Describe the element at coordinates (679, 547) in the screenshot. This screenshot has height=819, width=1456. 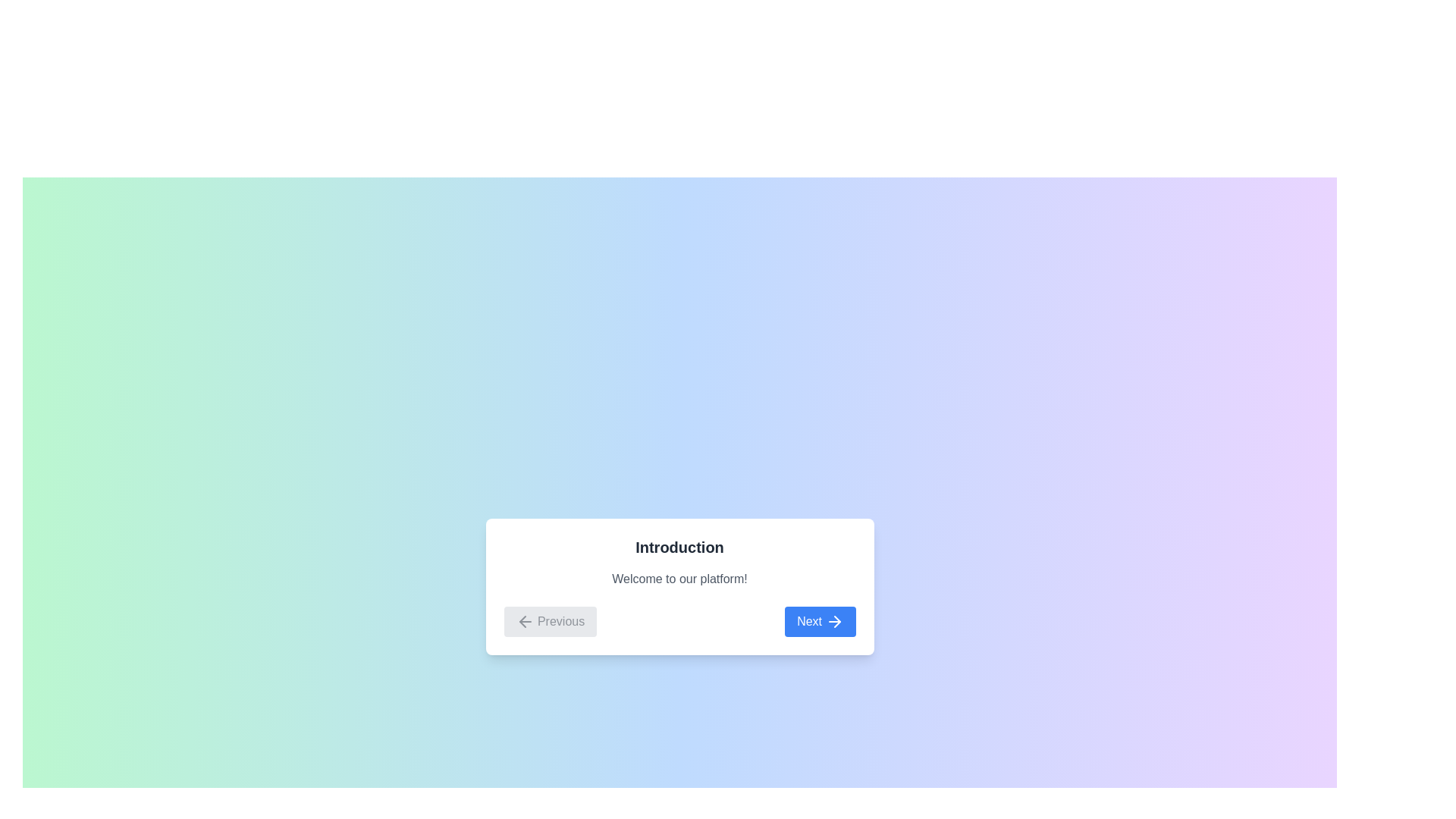
I see `title text element located at the upper-center area of the layout, which serves as a headline for the section` at that location.